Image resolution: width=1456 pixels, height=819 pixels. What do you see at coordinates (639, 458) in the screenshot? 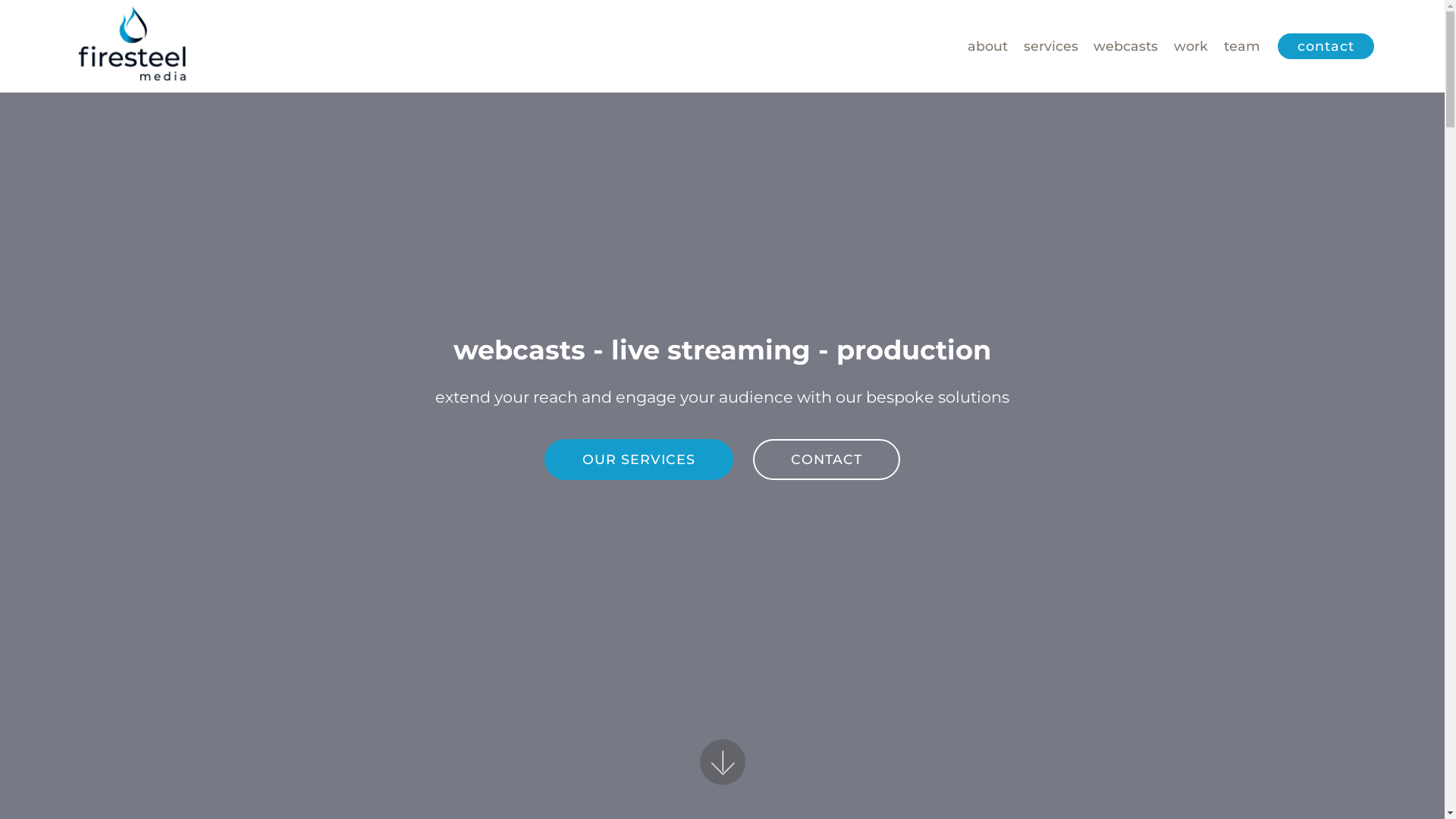
I see `'OUR SERVICES'` at bounding box center [639, 458].